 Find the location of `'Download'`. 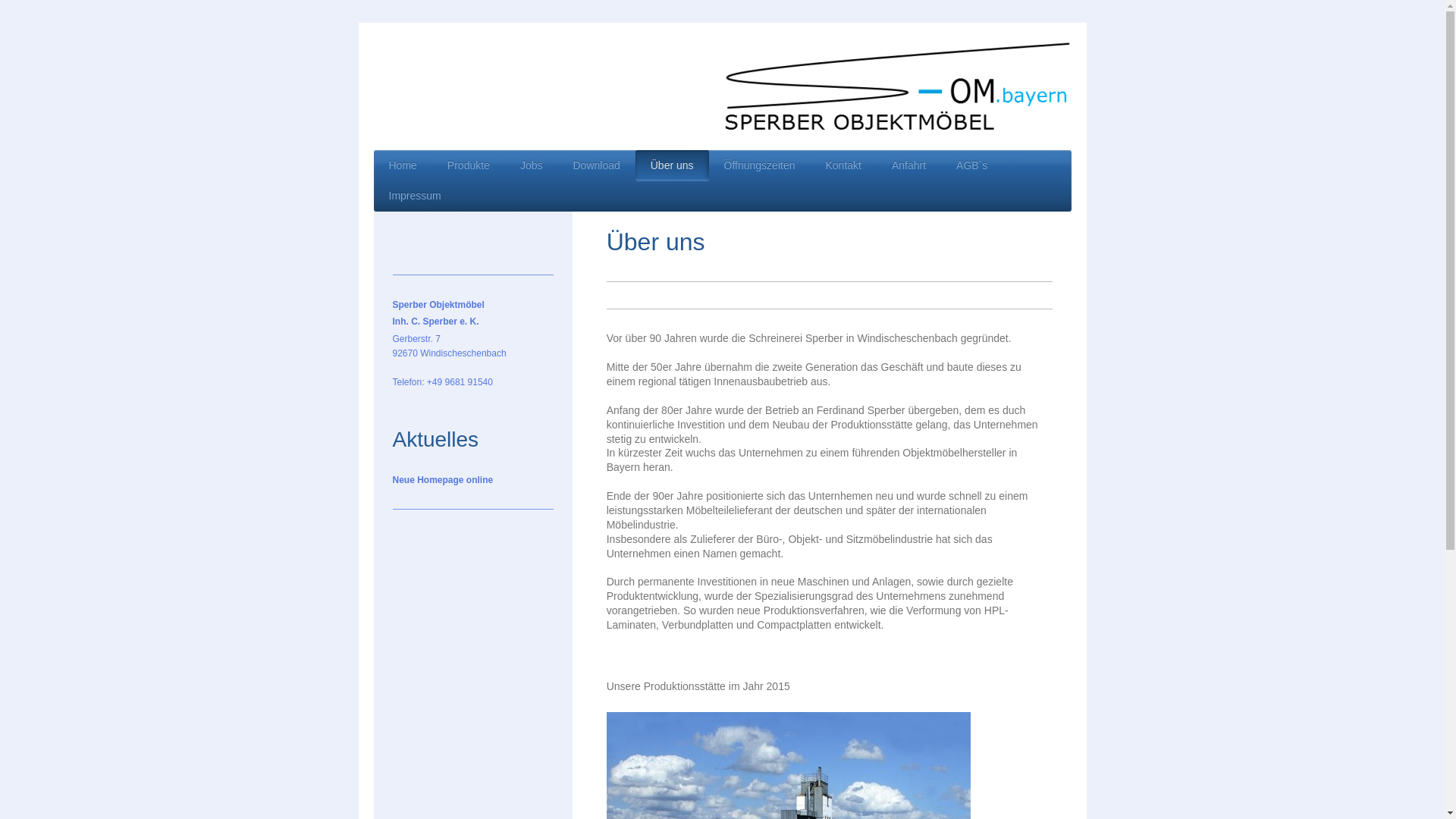

'Download' is located at coordinates (556, 165).